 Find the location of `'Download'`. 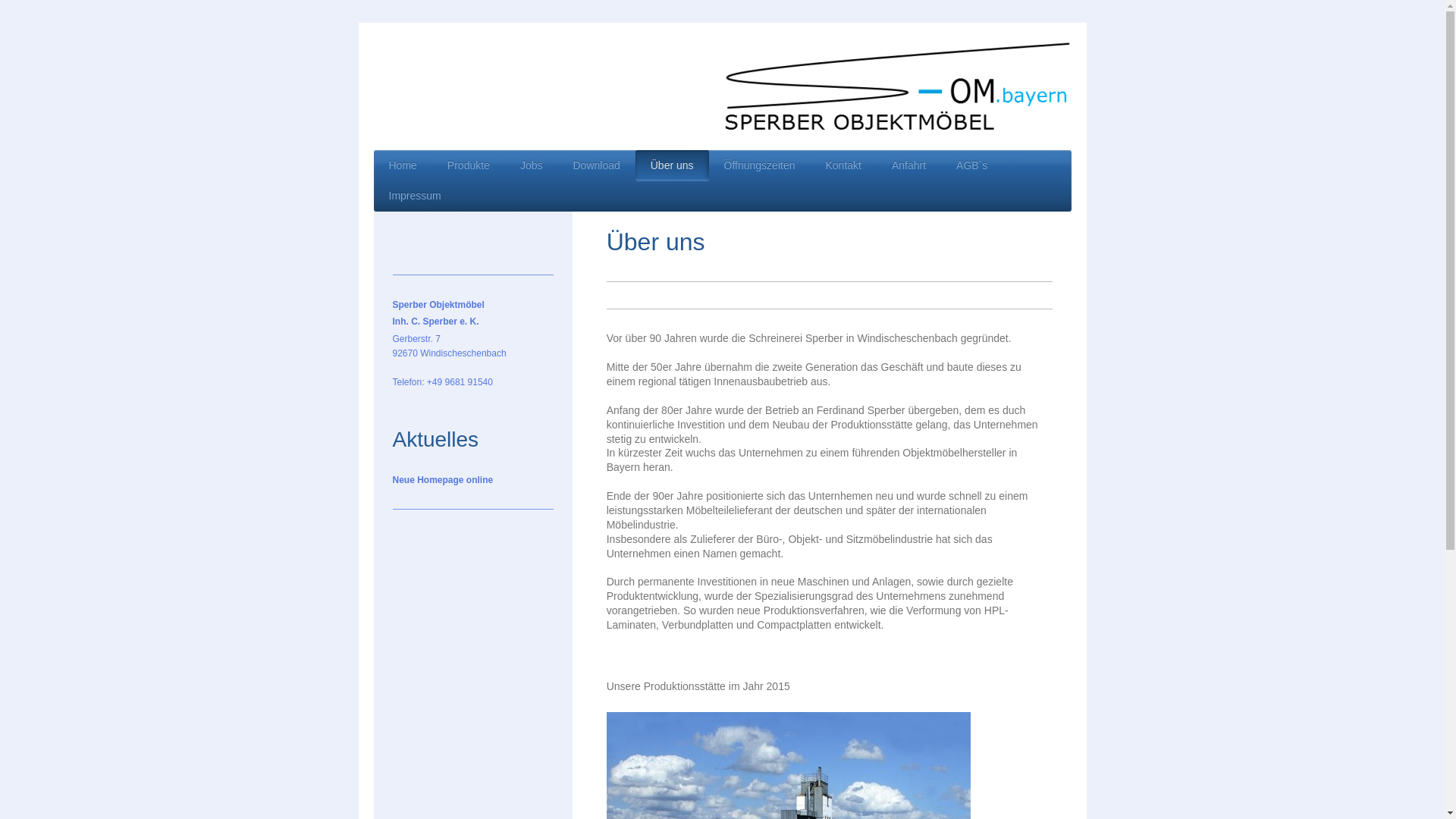

'Download' is located at coordinates (556, 165).